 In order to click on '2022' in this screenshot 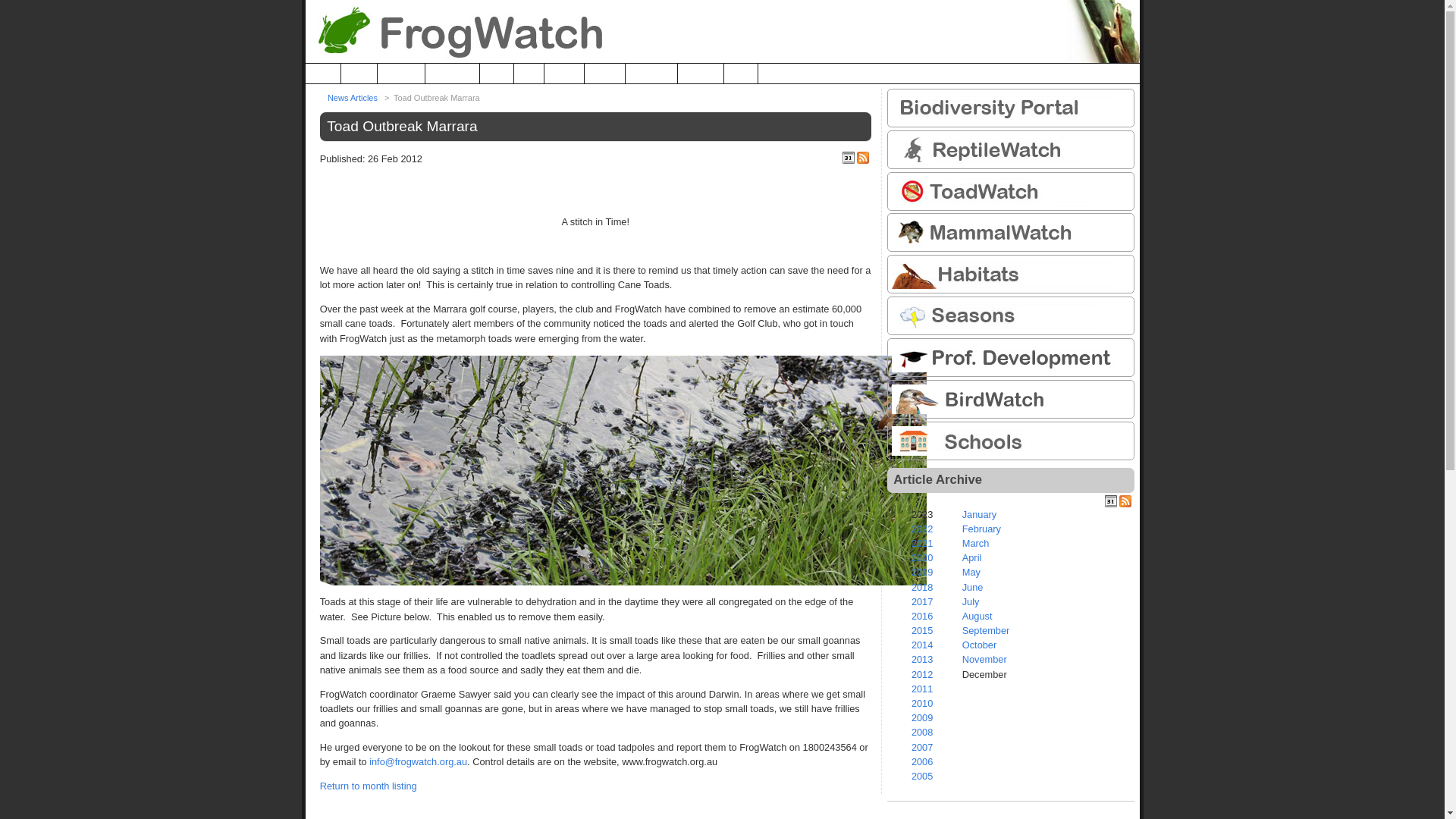, I will do `click(921, 528)`.